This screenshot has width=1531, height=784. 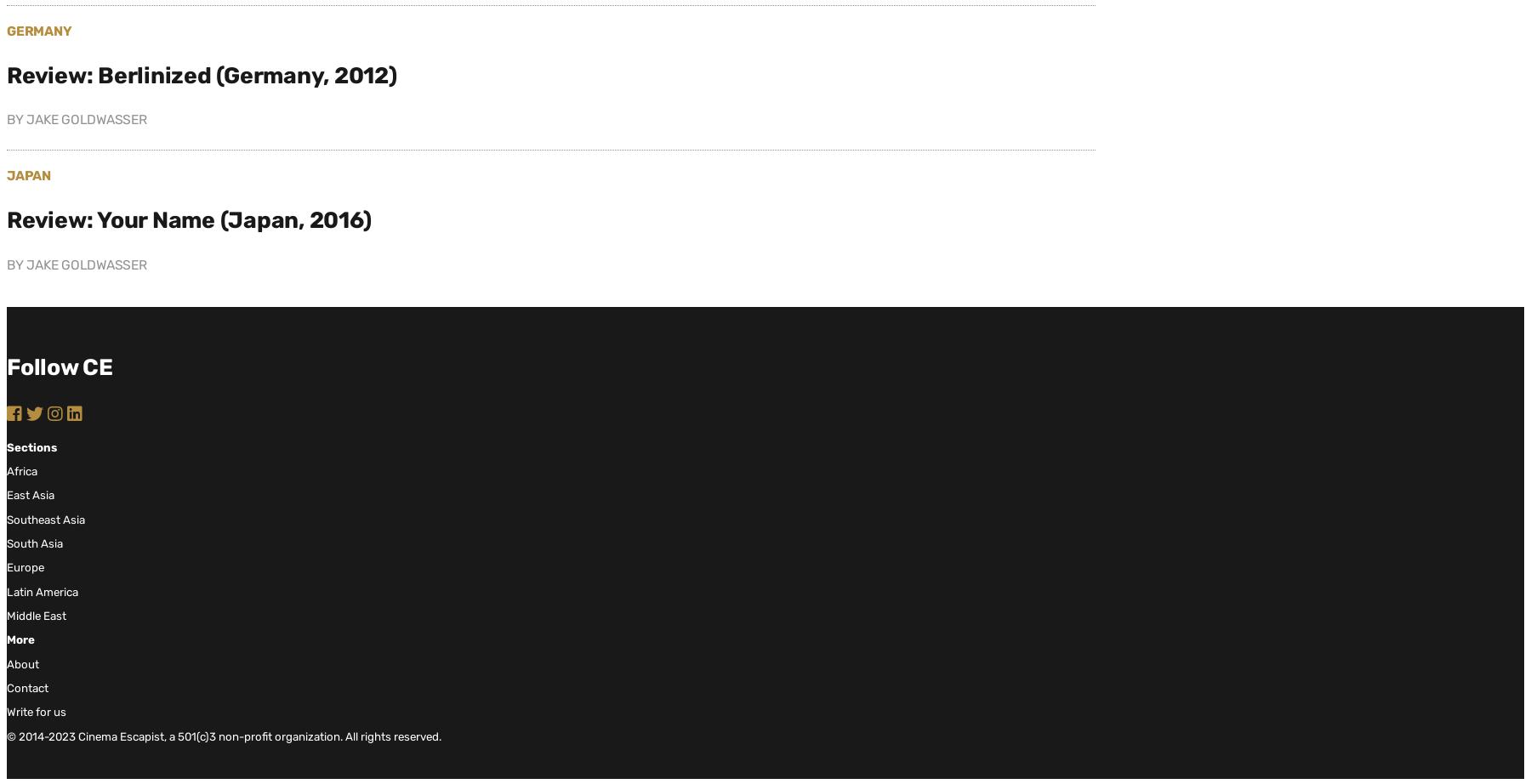 I want to click on 'Review: Your Name (Japan, 2016)', so click(x=188, y=218).